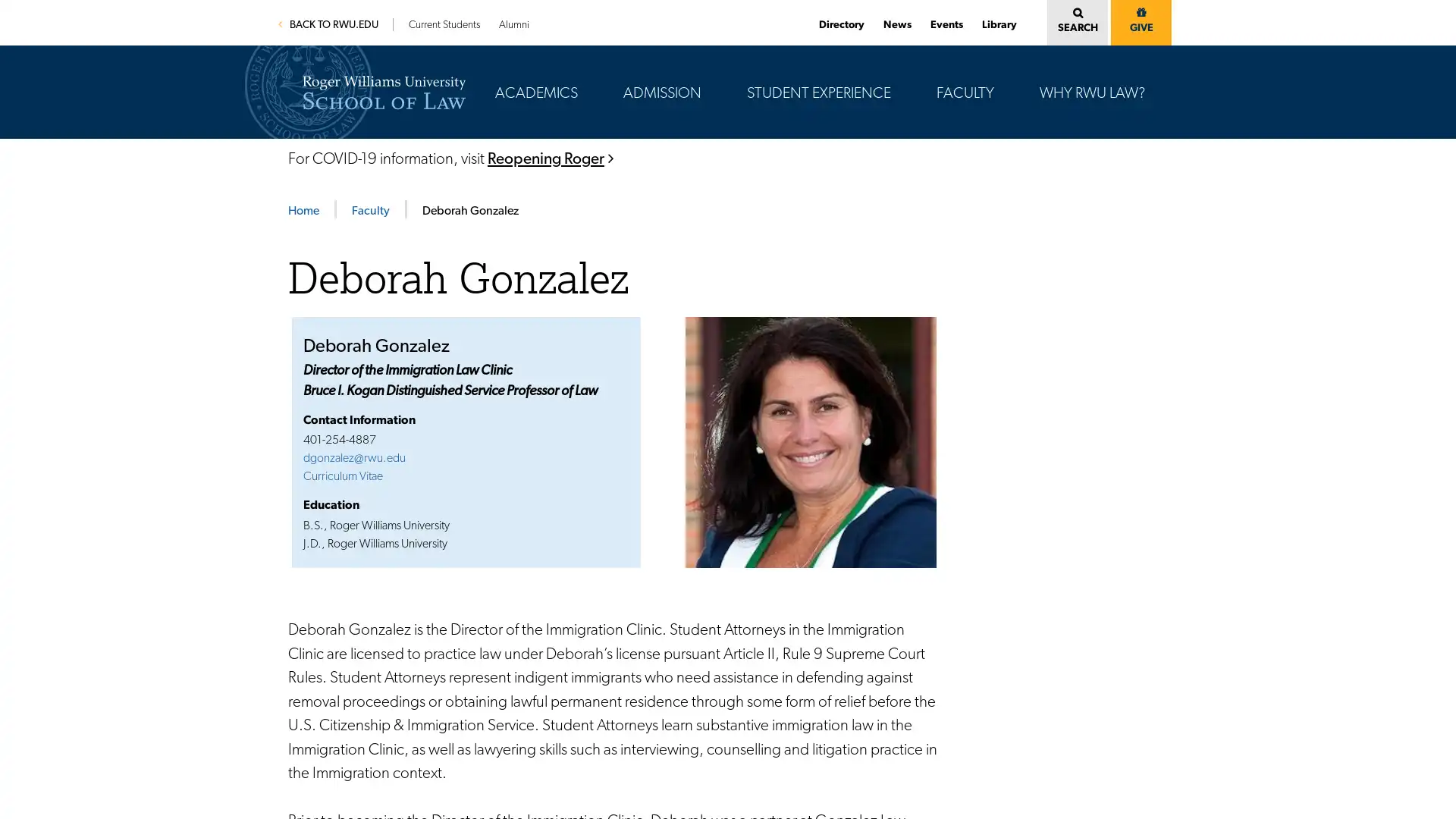  Describe the element at coordinates (1150, 48) in the screenshot. I see `Open the Why RWU Law? menu` at that location.